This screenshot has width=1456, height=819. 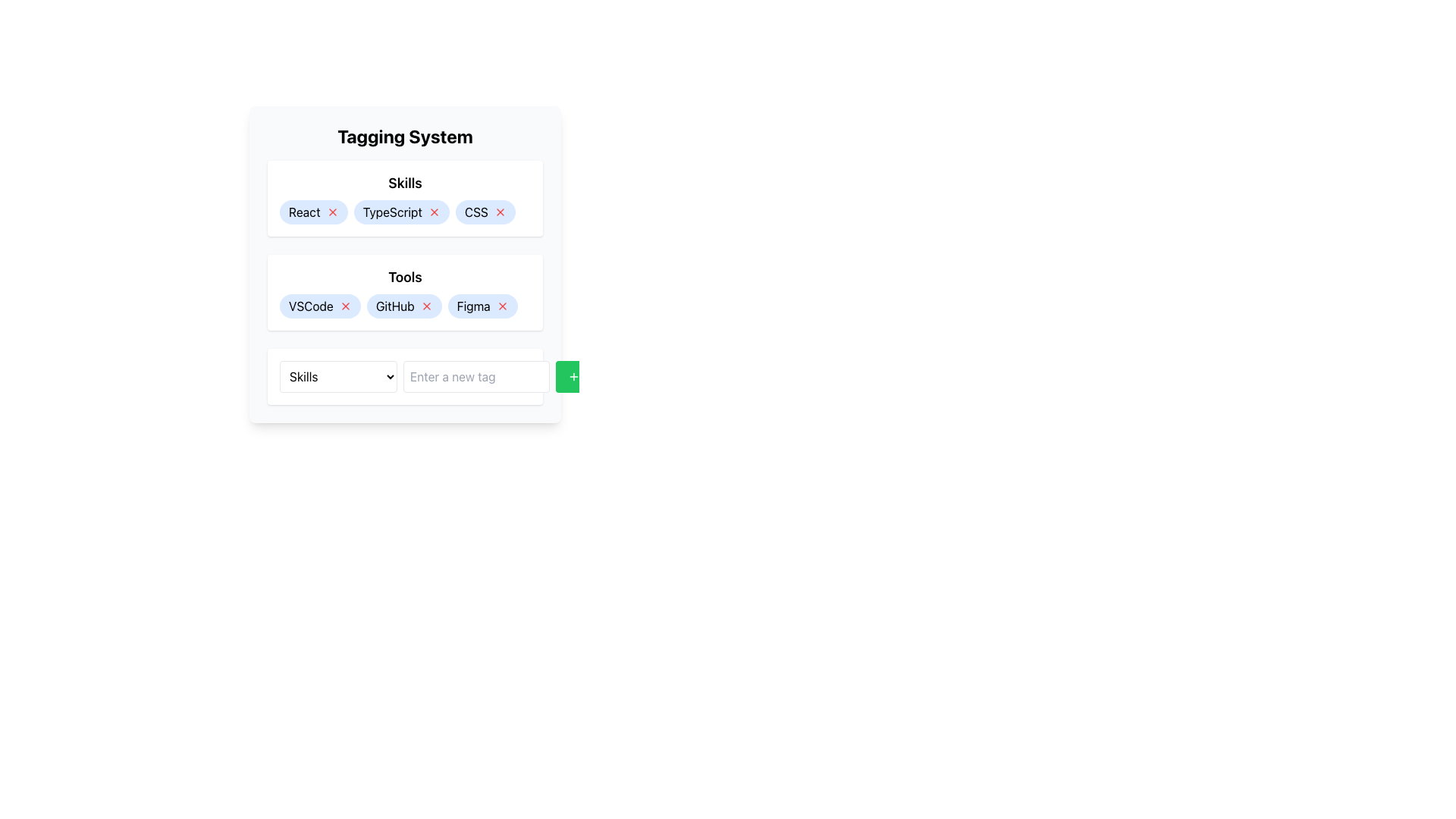 I want to click on the red 'X' icon button located at the right end of the blue badge labeled 'TypeScript' for interaction feedback, so click(x=433, y=212).